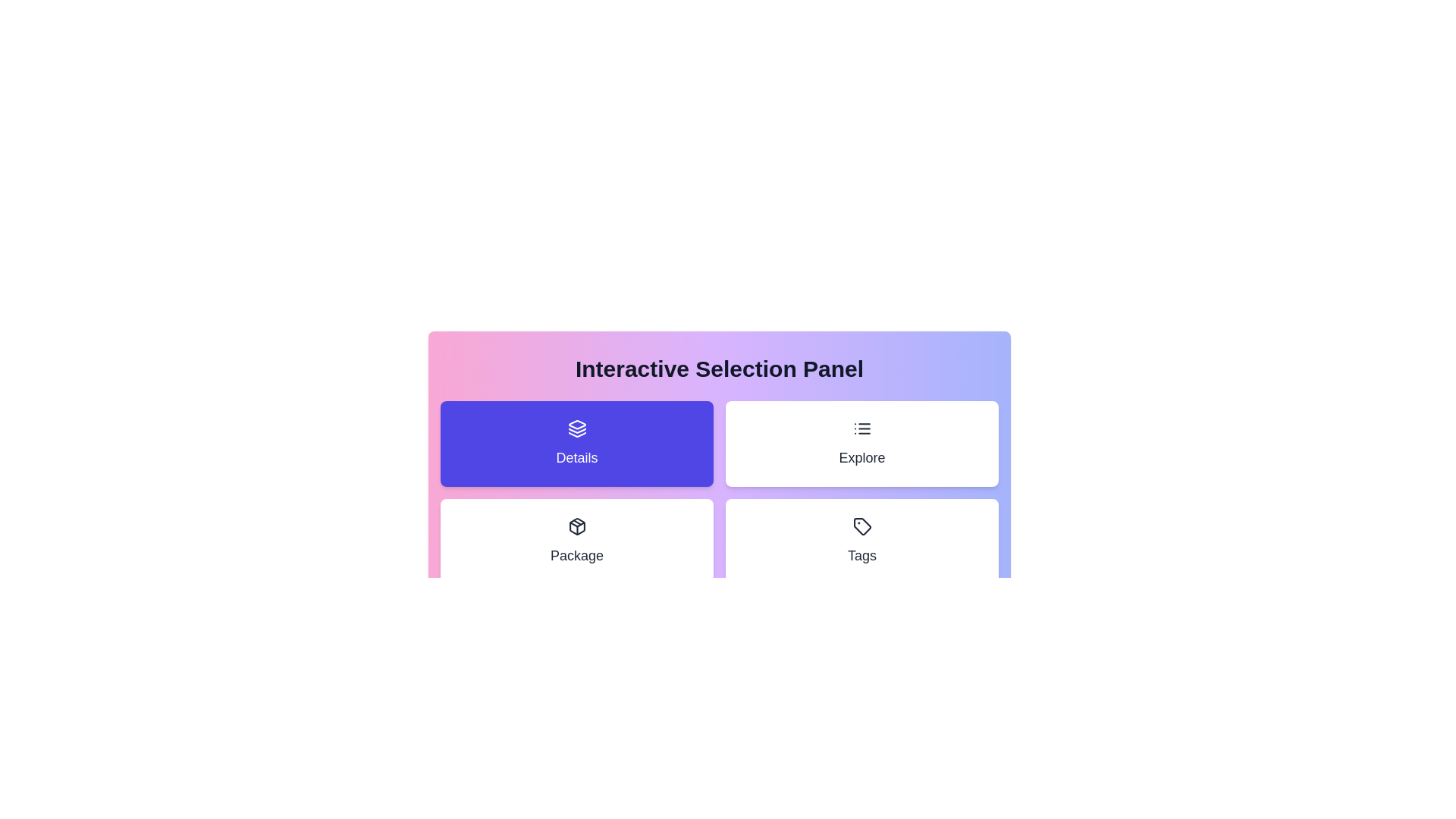  Describe the element at coordinates (862, 444) in the screenshot. I see `the 'Explore' button located in the first row, second column of the grid layout` at that location.